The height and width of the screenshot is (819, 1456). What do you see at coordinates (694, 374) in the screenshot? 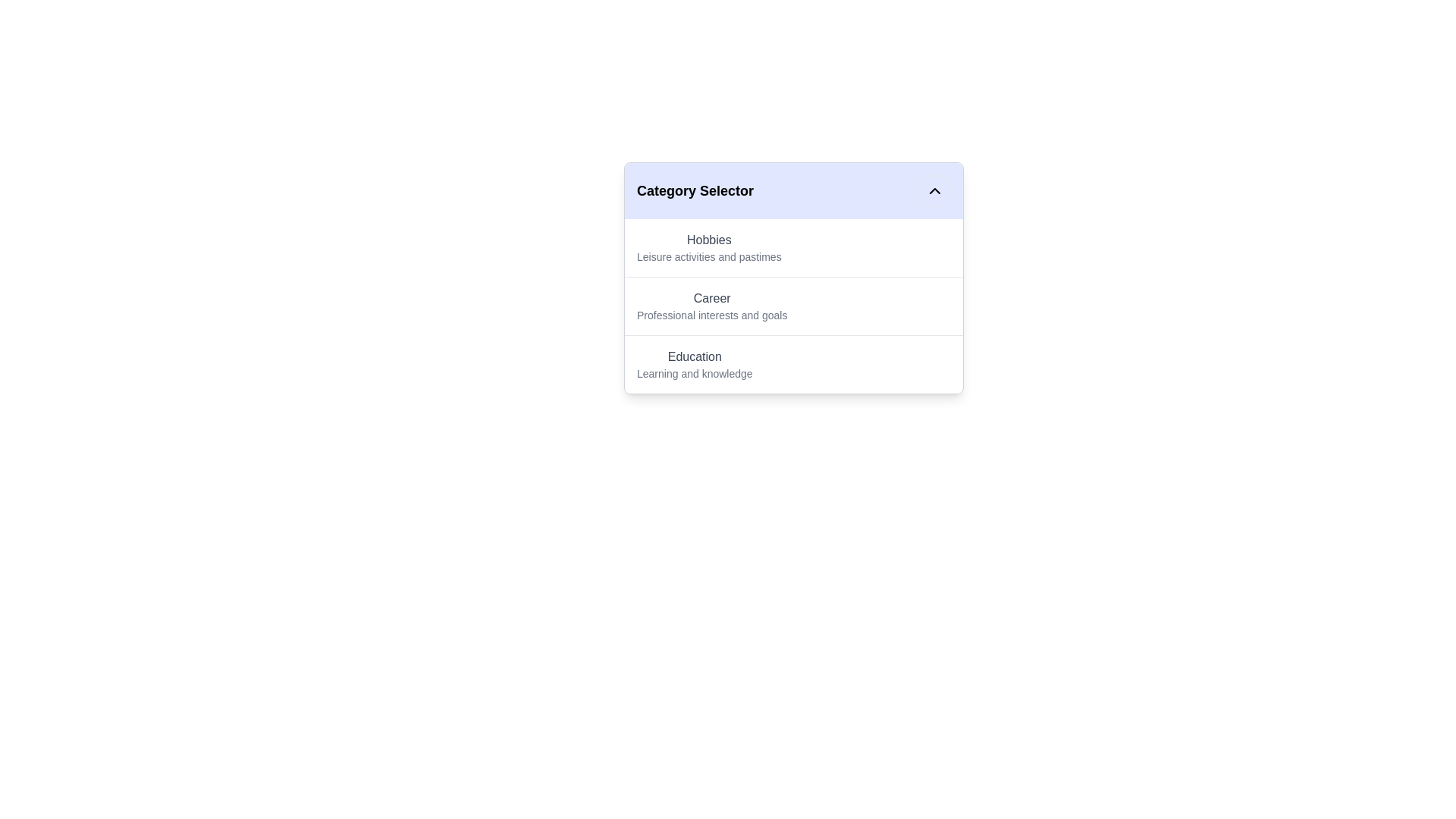
I see `the static text that provides additional context for the 'Education' category, located directly beneath the 'Education' title in the card-styled component` at bounding box center [694, 374].